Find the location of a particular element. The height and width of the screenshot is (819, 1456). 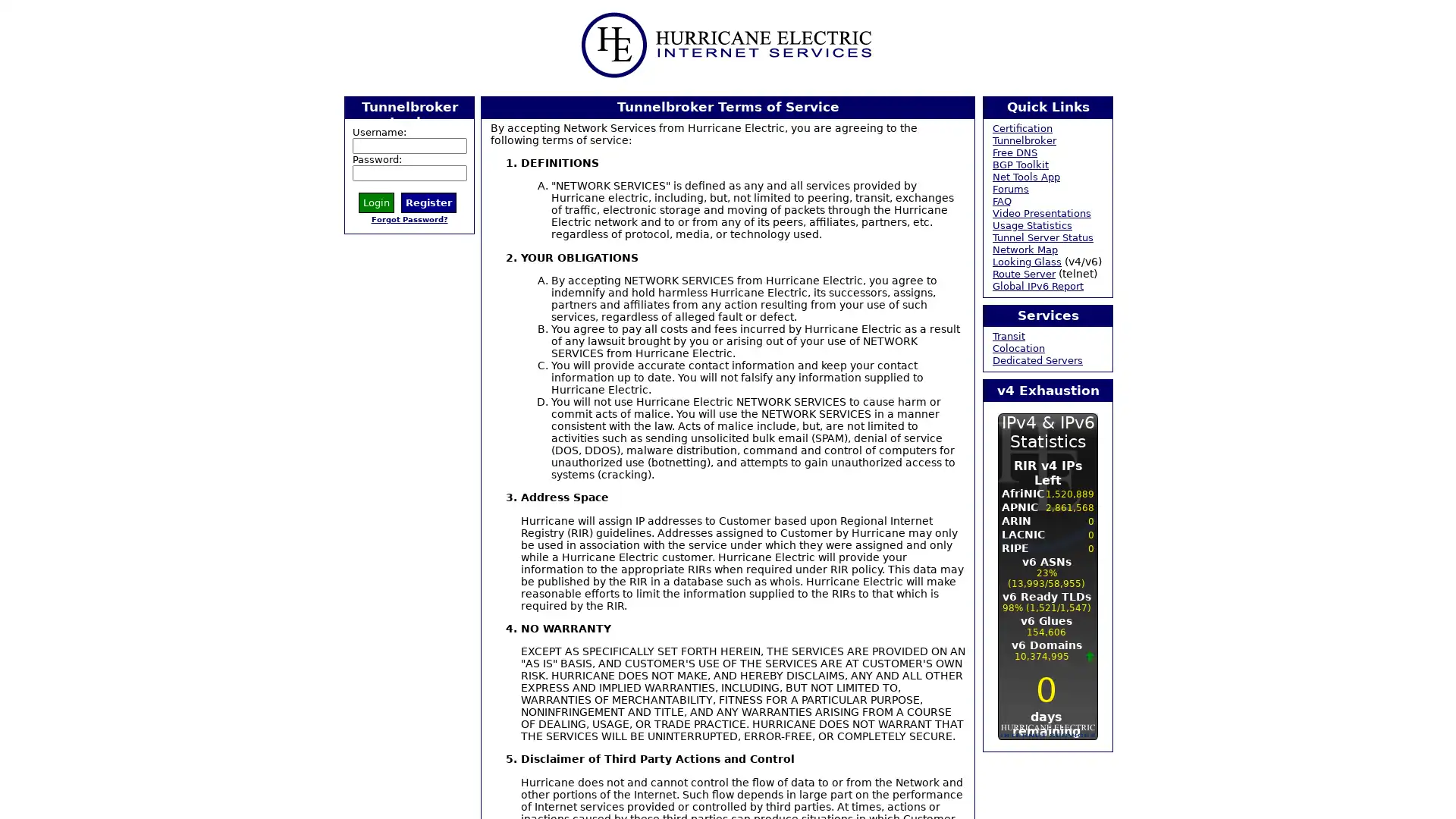

Login is located at coordinates (376, 201).